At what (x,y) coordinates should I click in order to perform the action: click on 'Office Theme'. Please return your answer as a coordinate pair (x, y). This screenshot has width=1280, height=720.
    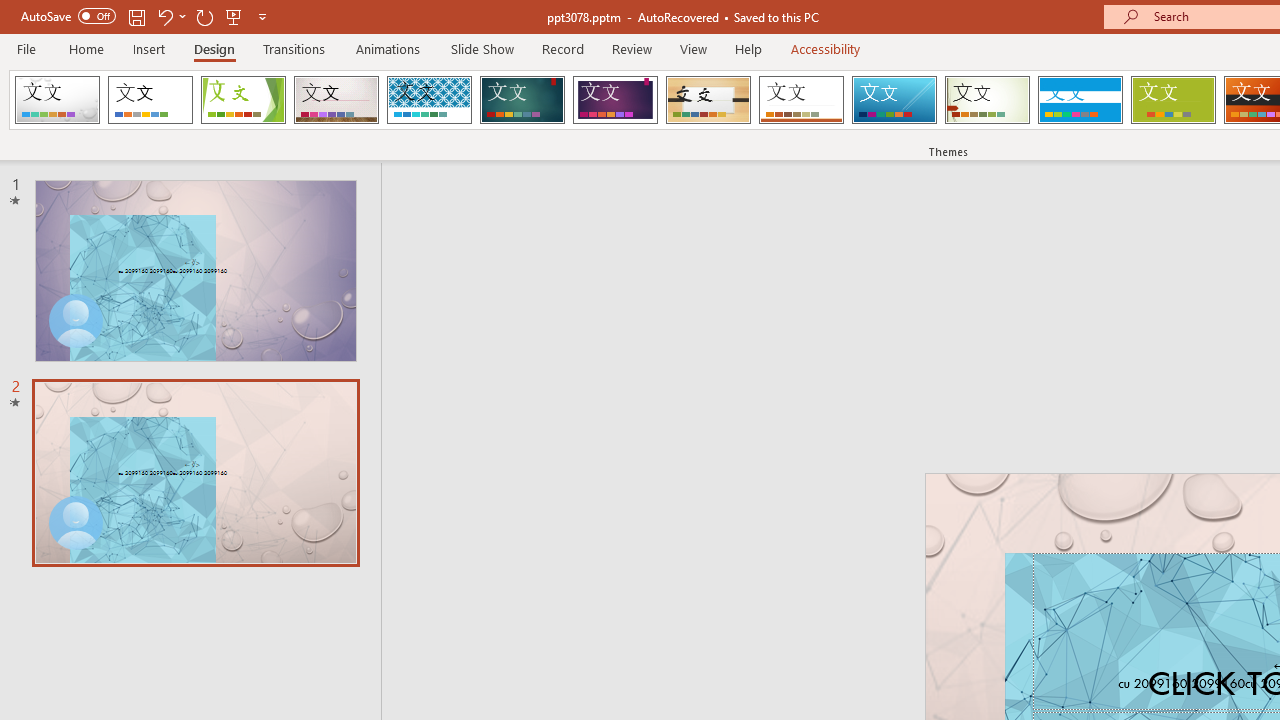
    Looking at the image, I should click on (149, 100).